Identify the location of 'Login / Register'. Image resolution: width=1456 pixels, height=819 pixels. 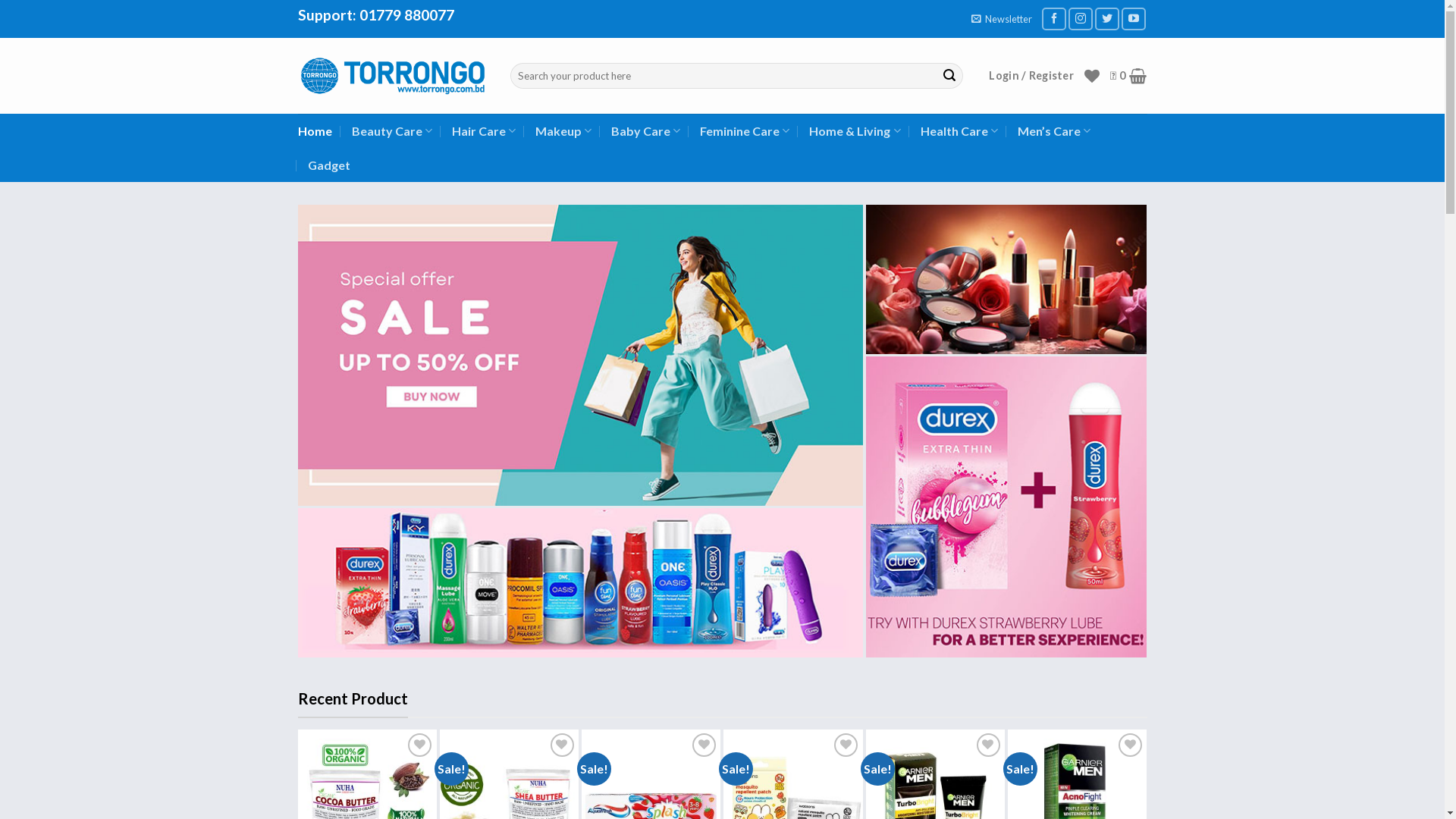
(1031, 76).